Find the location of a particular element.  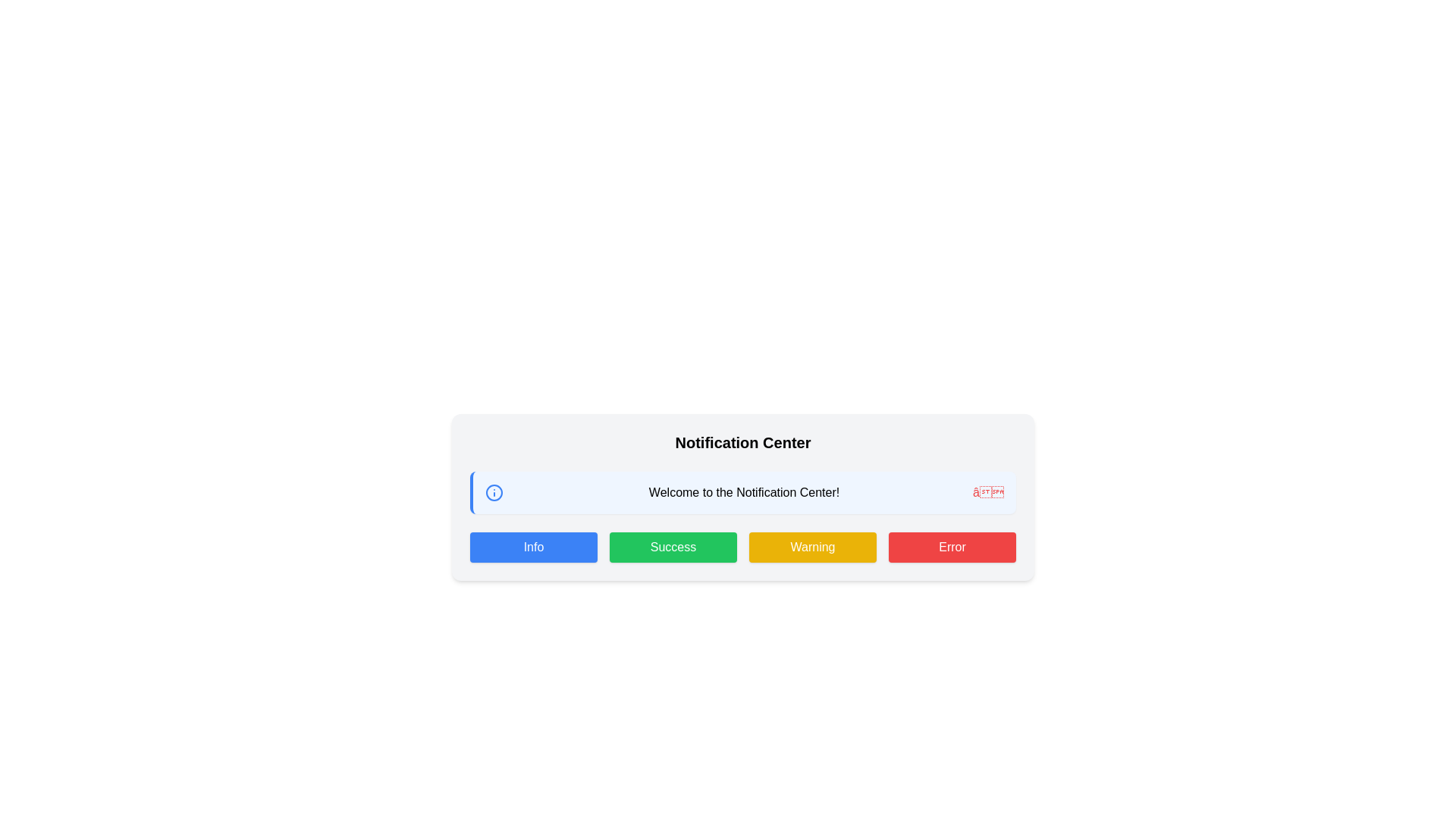

the circular informational icon with a blue border and centered blue dot located next to the 'Welcome to the Notification Center!' text is located at coordinates (494, 493).